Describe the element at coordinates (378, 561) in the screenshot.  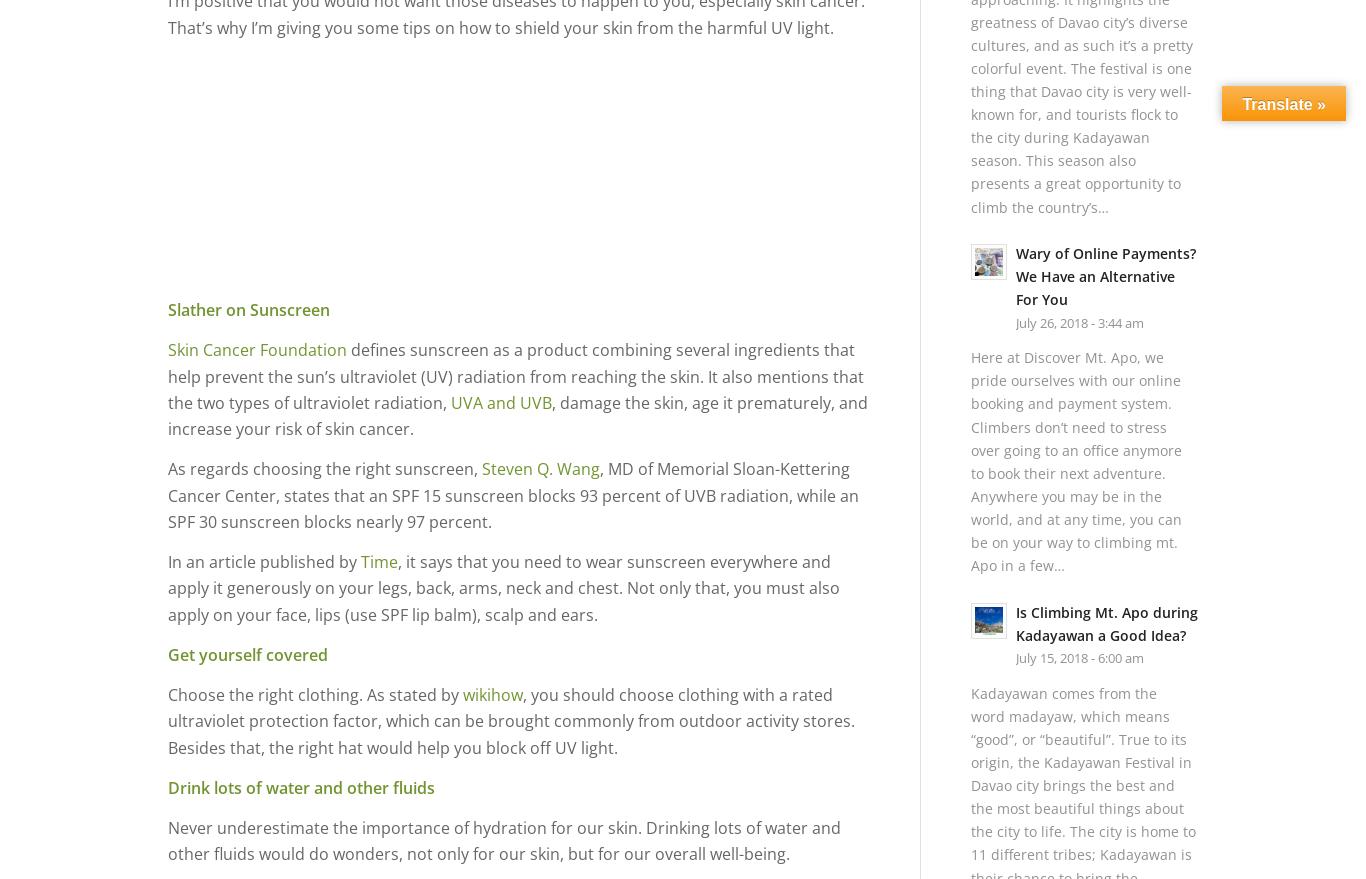
I see `'Time'` at that location.